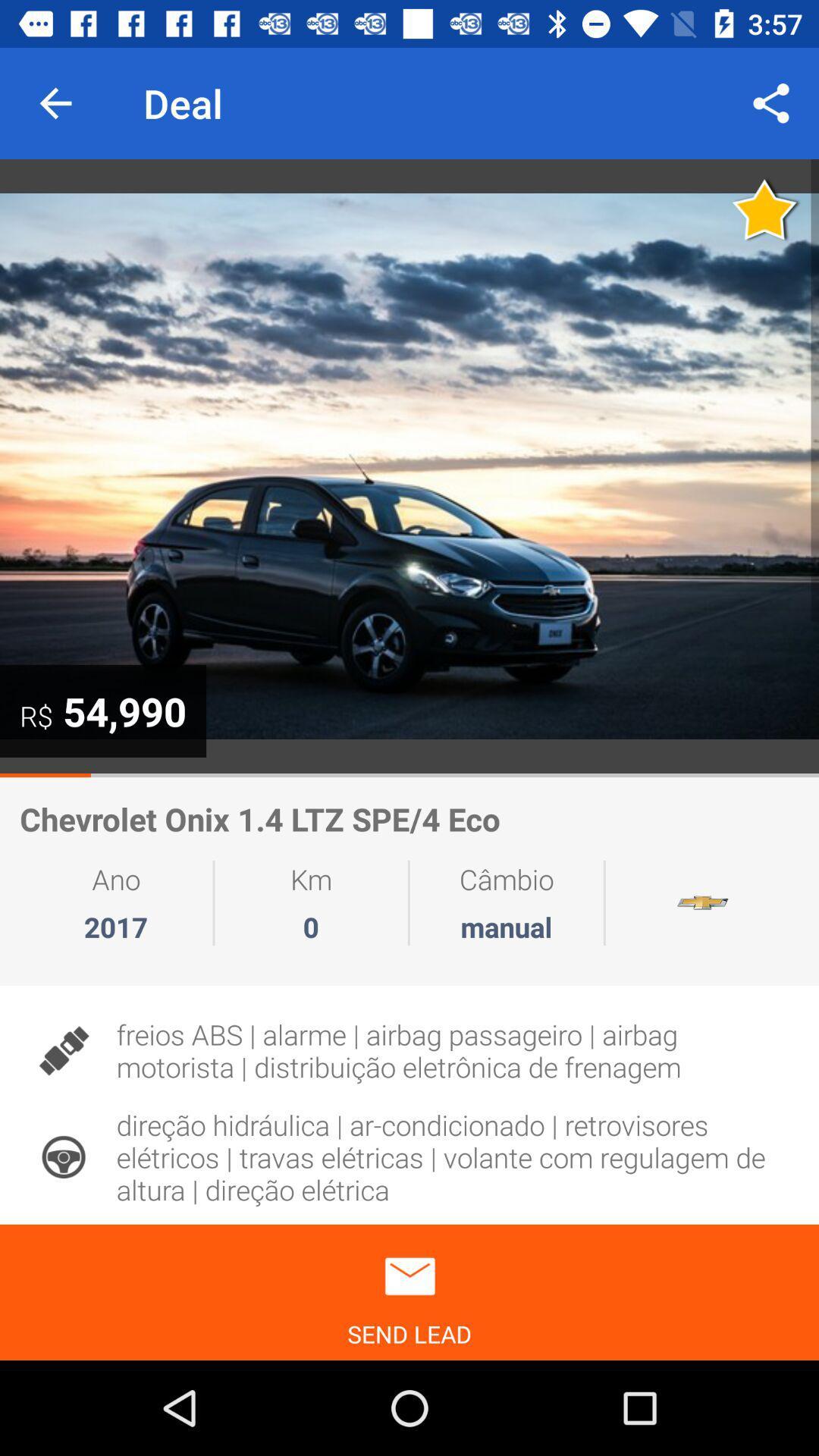 This screenshot has height=1456, width=819. I want to click on bookmark this deal, so click(765, 209).